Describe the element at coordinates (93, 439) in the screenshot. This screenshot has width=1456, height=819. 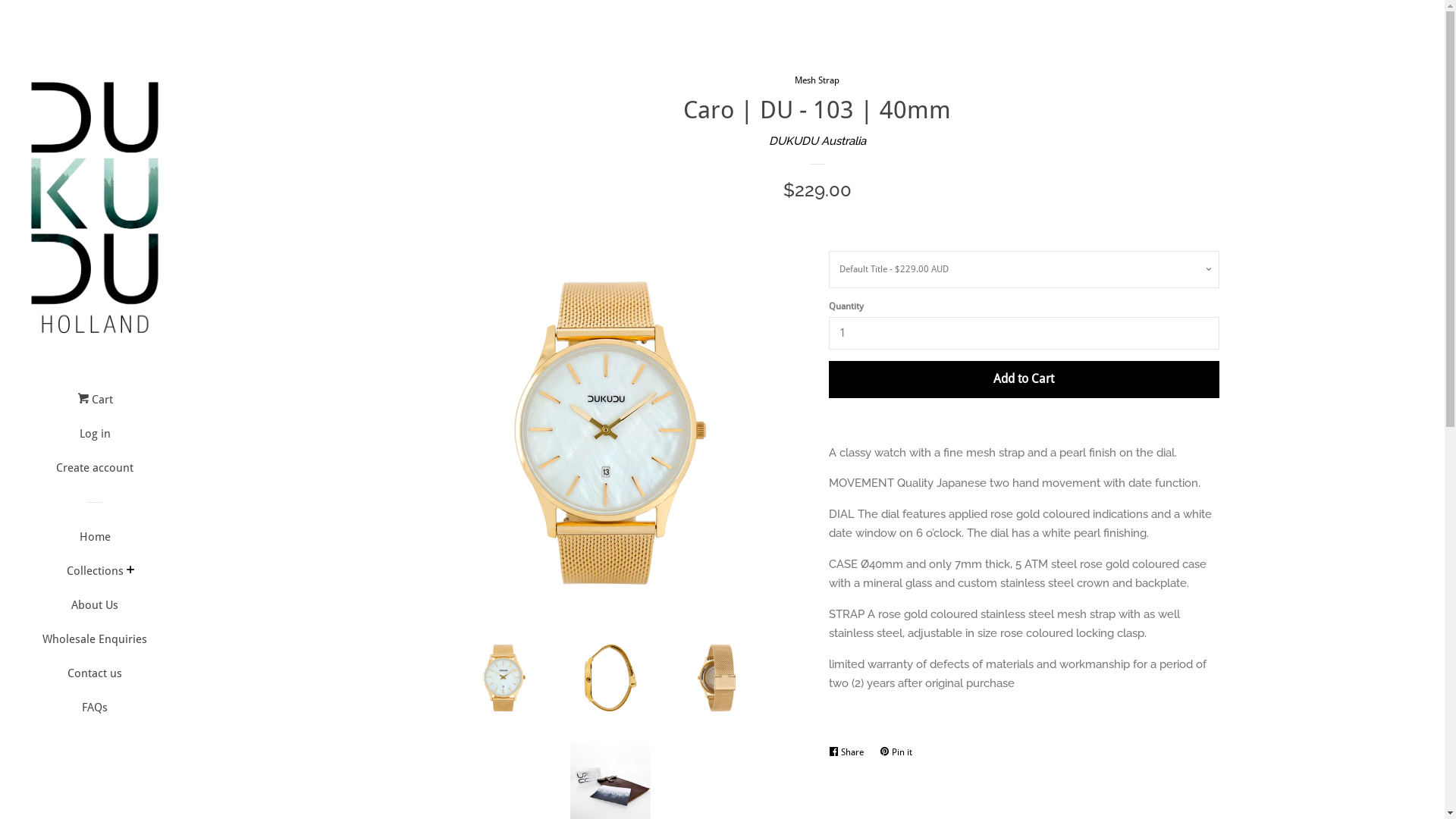
I see `'Log in'` at that location.